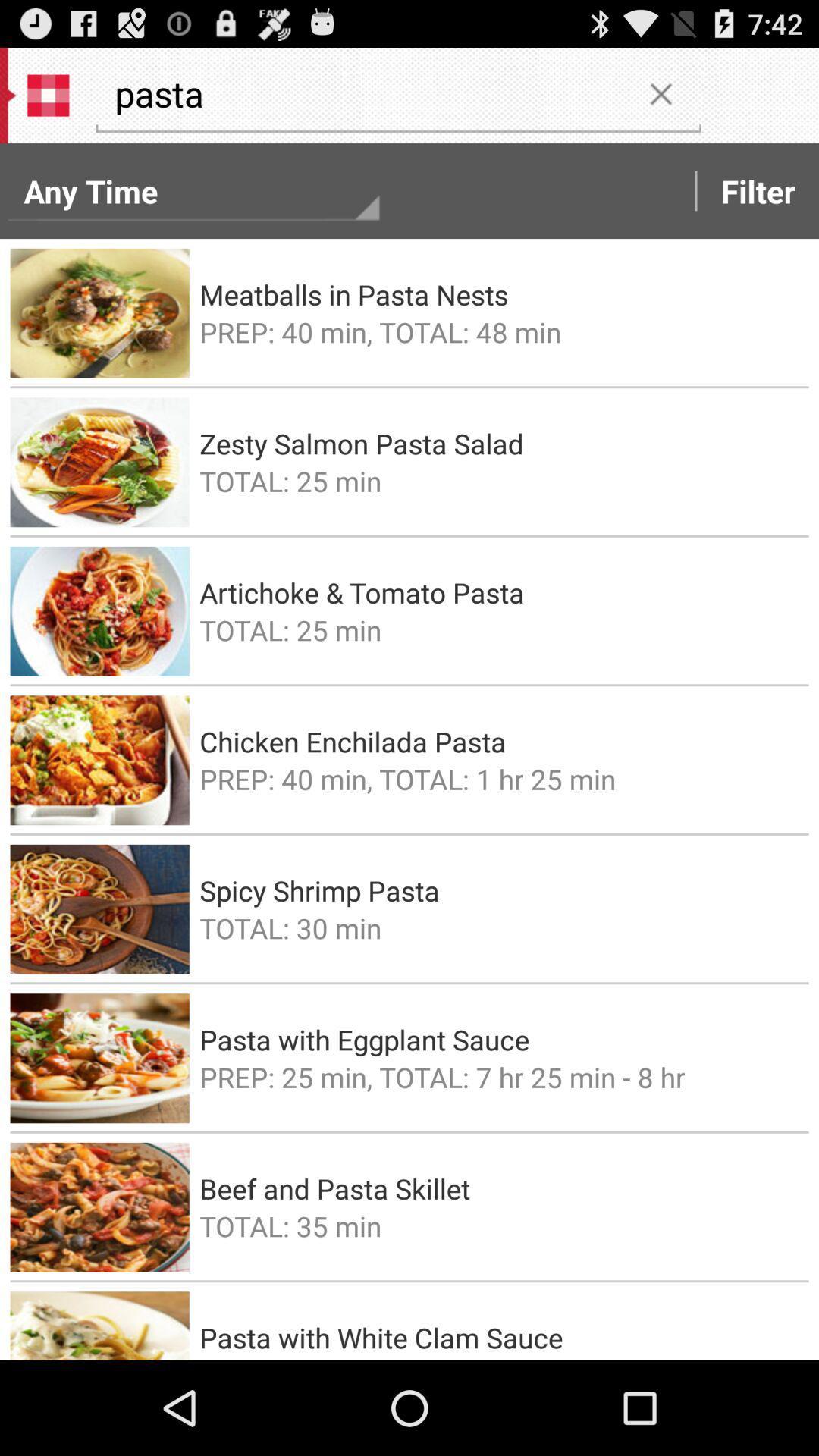 This screenshot has width=819, height=1456. I want to click on the item above prep 40 min, so click(499, 742).